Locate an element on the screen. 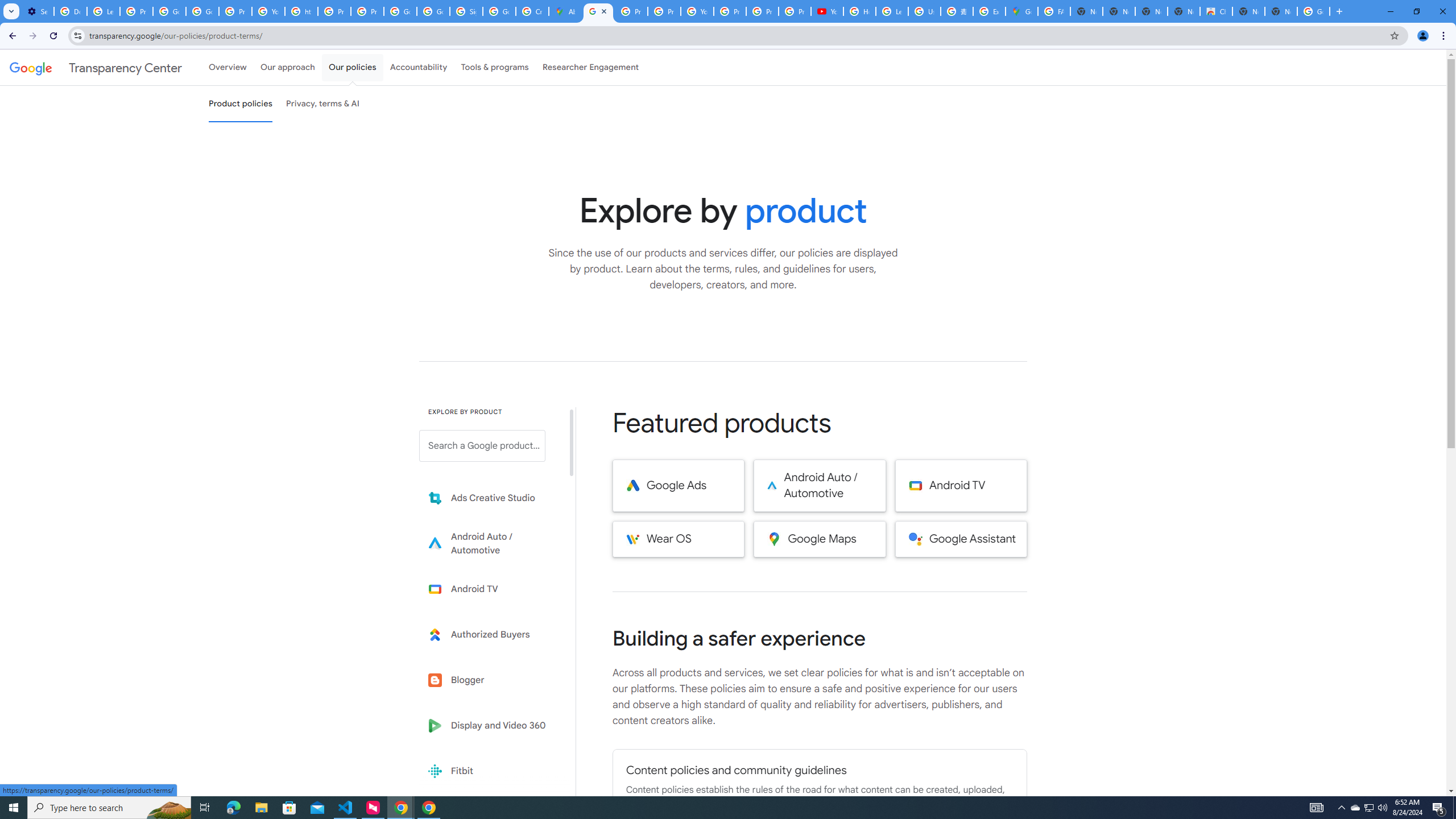 This screenshot has width=1456, height=819. 'Privacy Help Center - Policies Help' is located at coordinates (663, 11).